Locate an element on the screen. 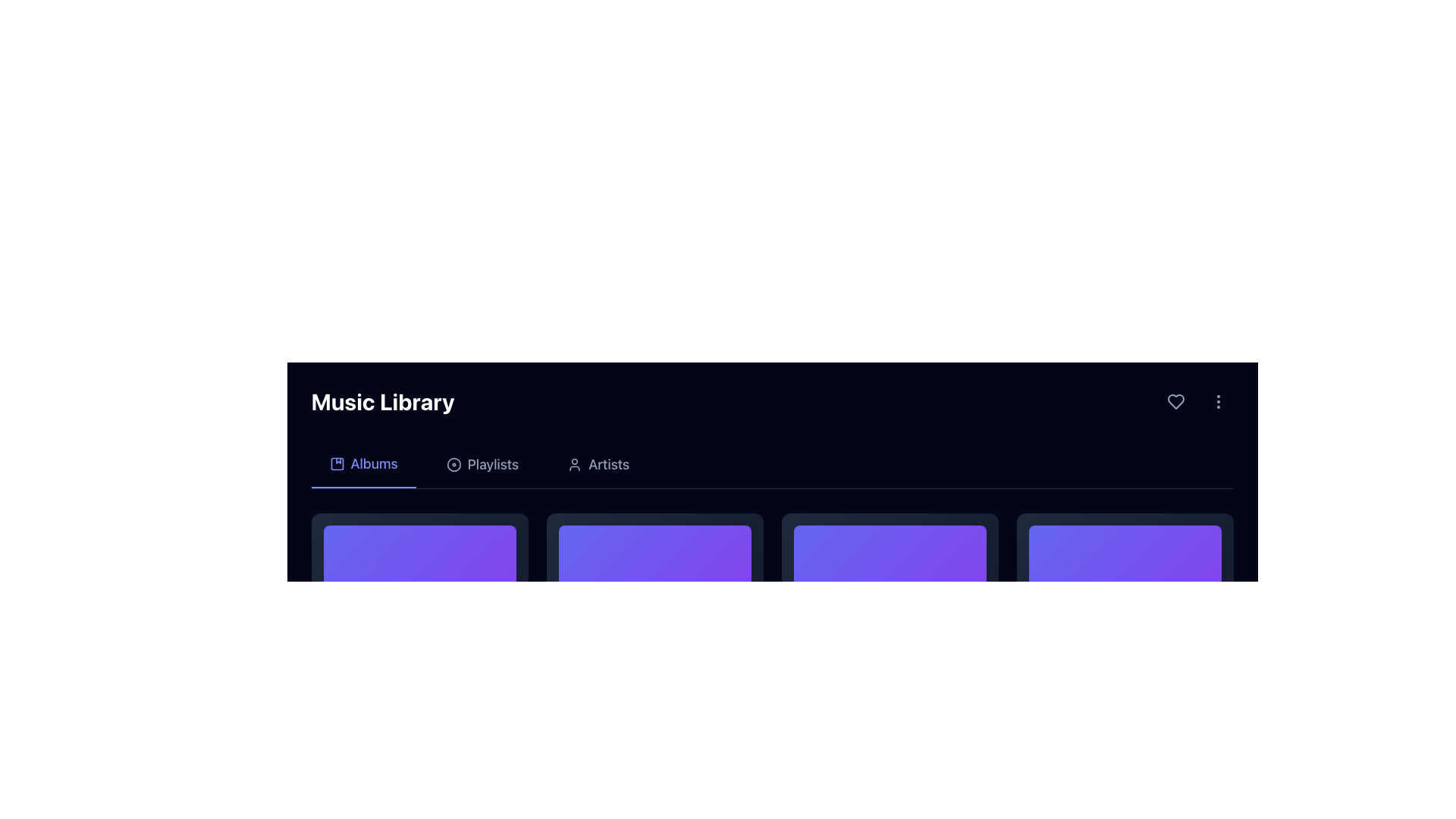 Image resolution: width=1456 pixels, height=819 pixels. the visual contents of the Informational Display showing the rating (4.5 stars) and time duration (3:45), located below 'Dream Wave' and above a button-like icon is located at coordinates (419, 777).